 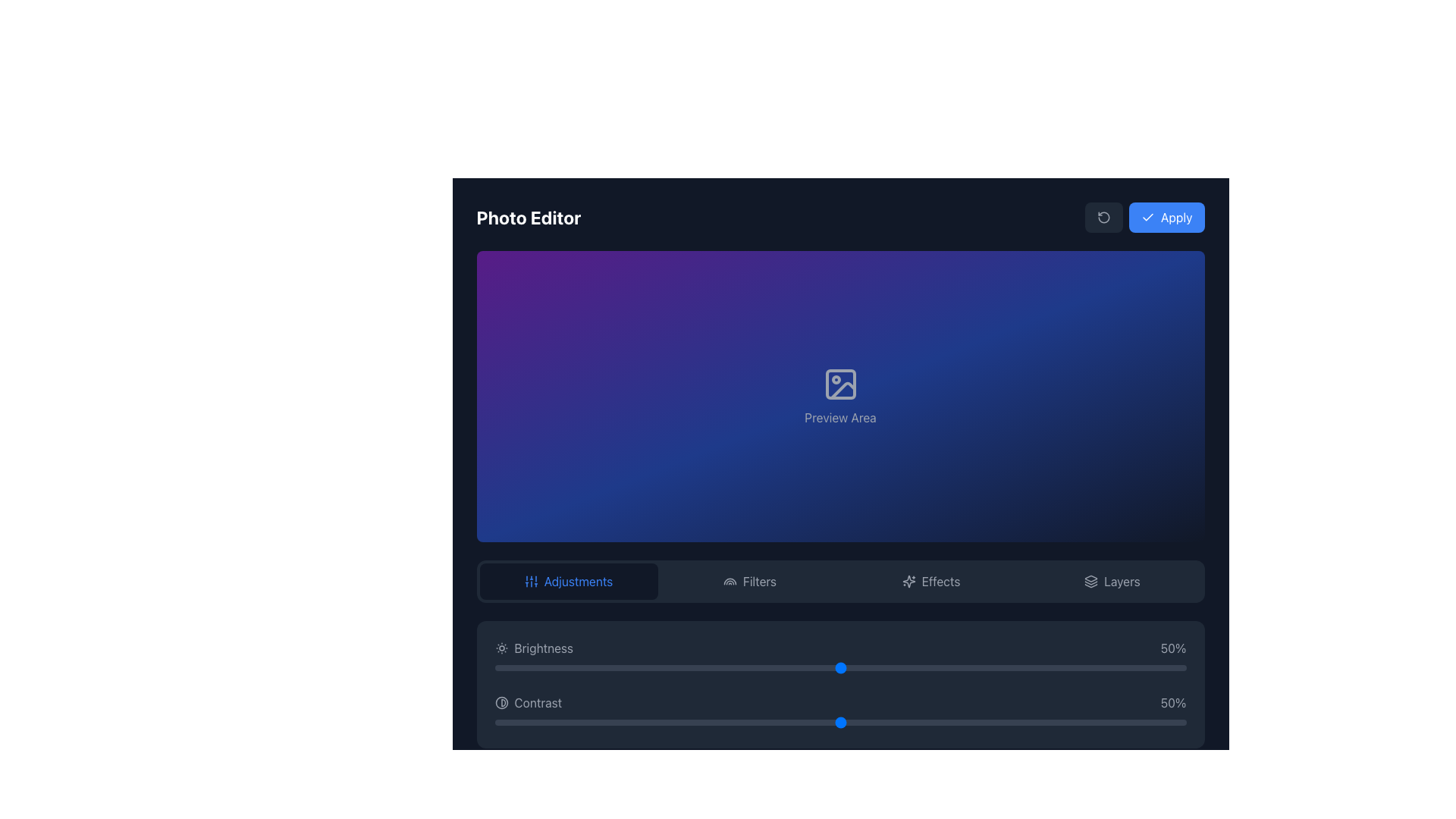 I want to click on the Tab bar containing navigation buttons, so click(x=839, y=581).